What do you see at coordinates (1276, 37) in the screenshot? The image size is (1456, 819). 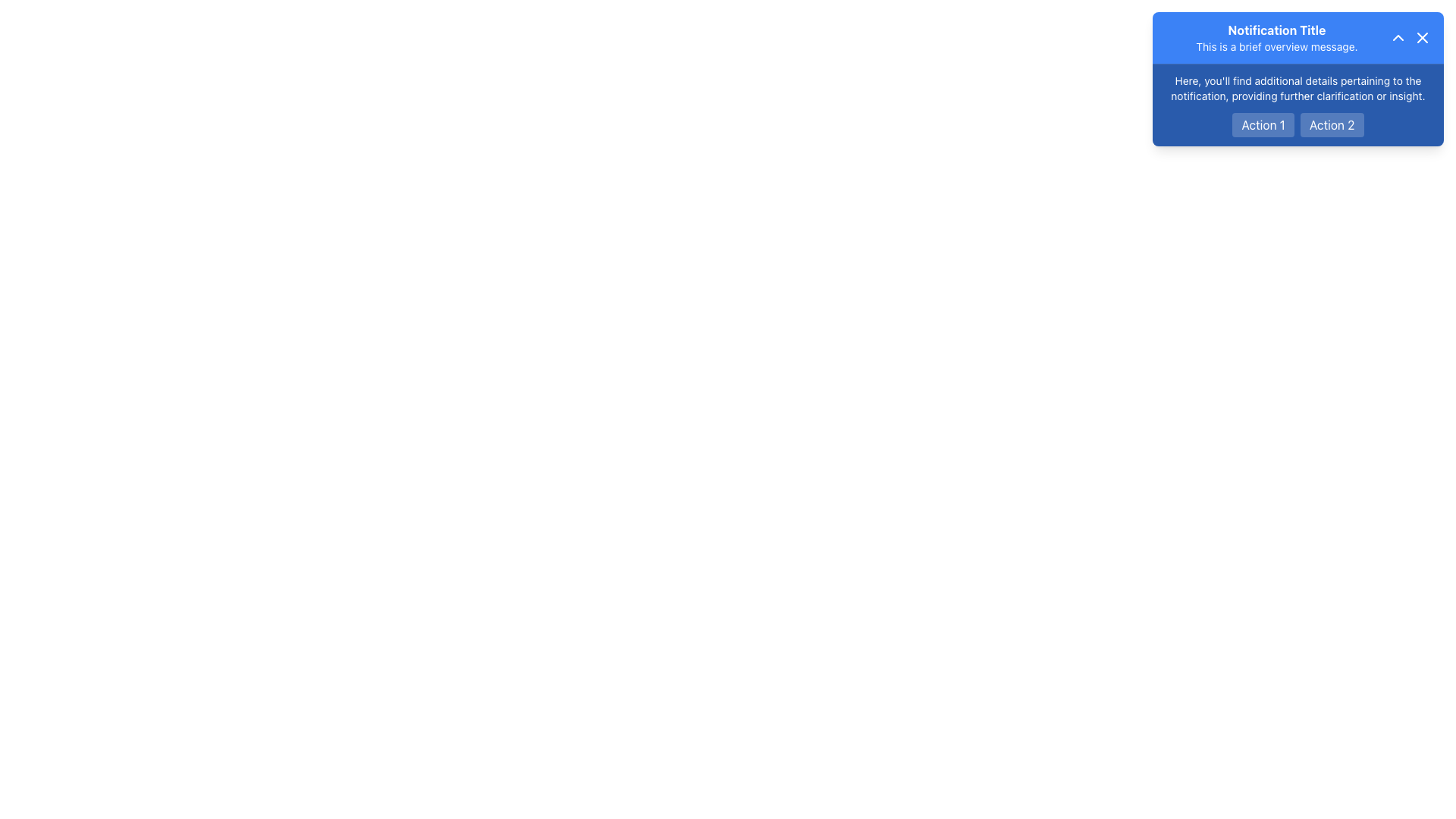 I see `the text box displaying 'Notification Title' and 'This is a brief overview message.' at the top of the blue notification panel` at bounding box center [1276, 37].